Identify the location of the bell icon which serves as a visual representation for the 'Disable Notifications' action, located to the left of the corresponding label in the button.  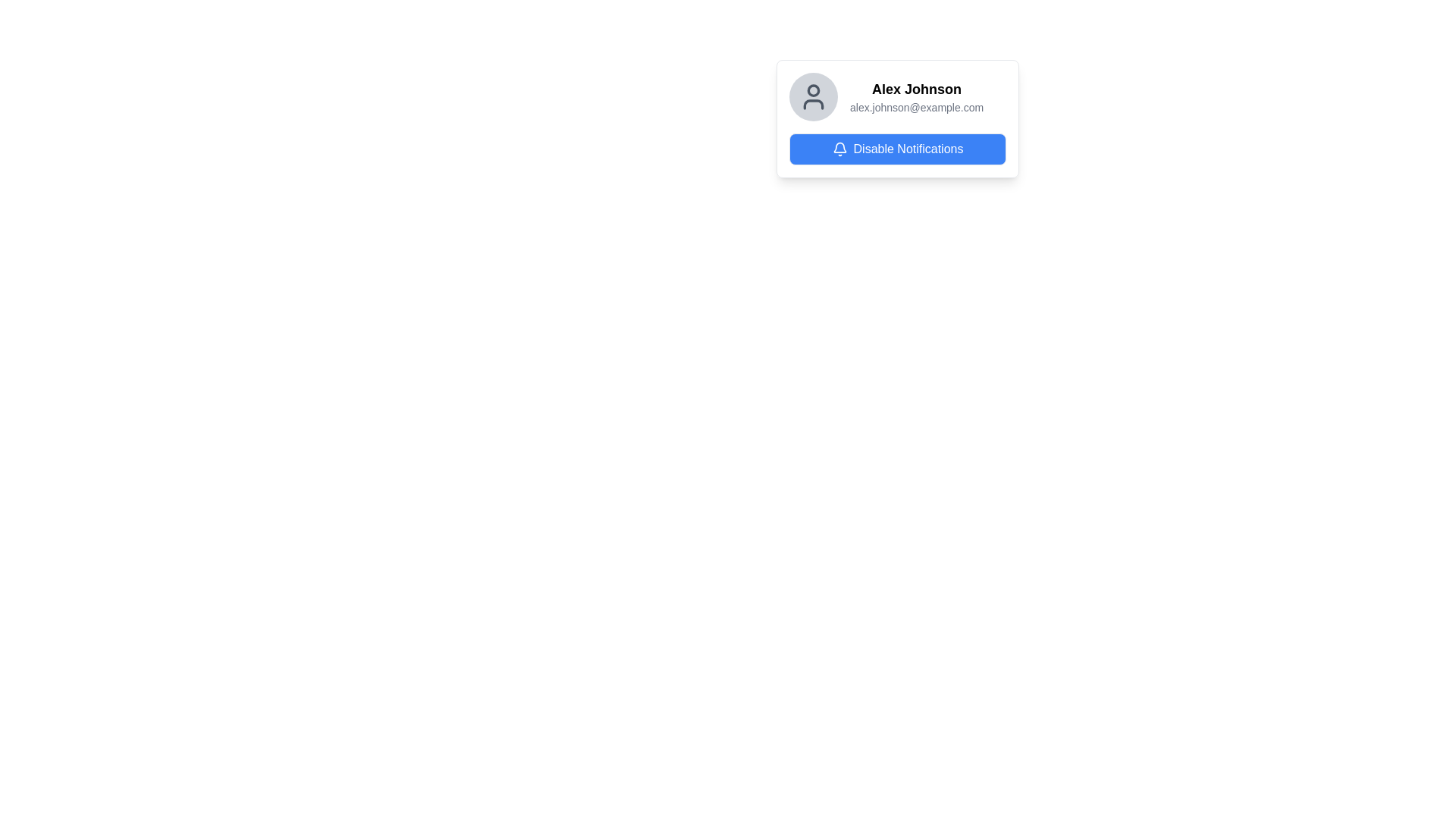
(839, 149).